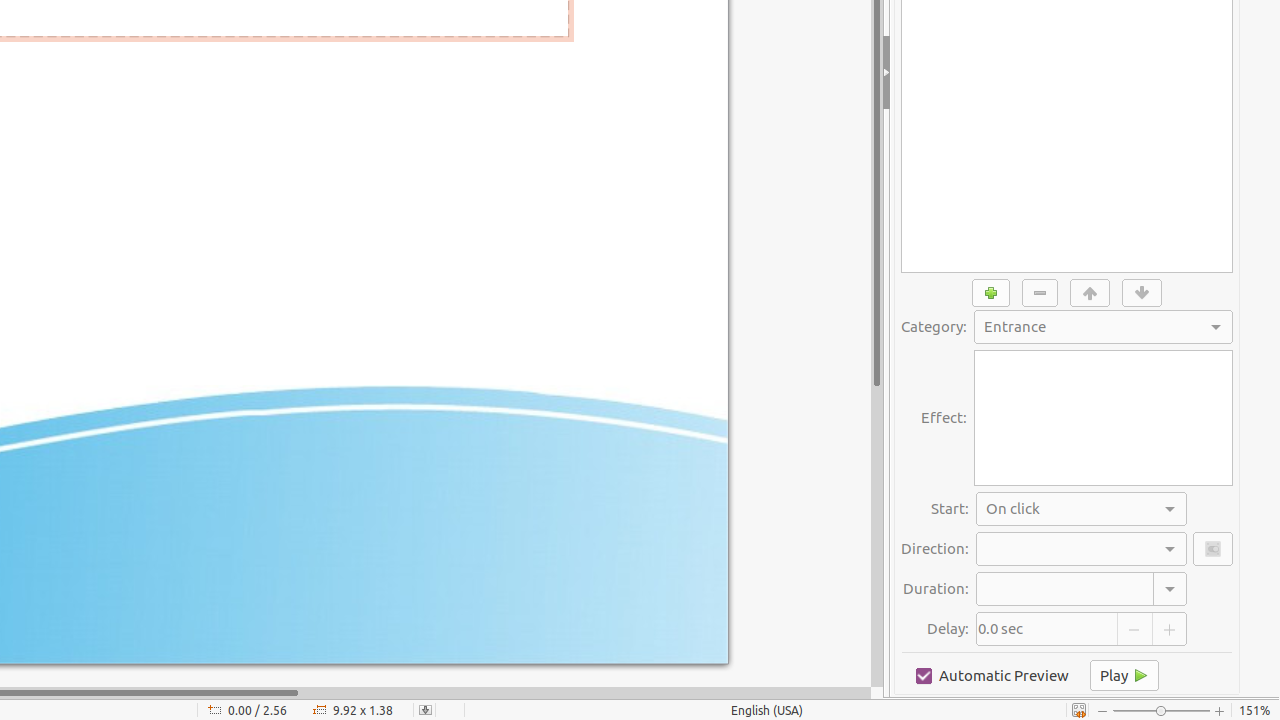 The image size is (1280, 720). Describe the element at coordinates (1124, 675) in the screenshot. I see `'Play'` at that location.